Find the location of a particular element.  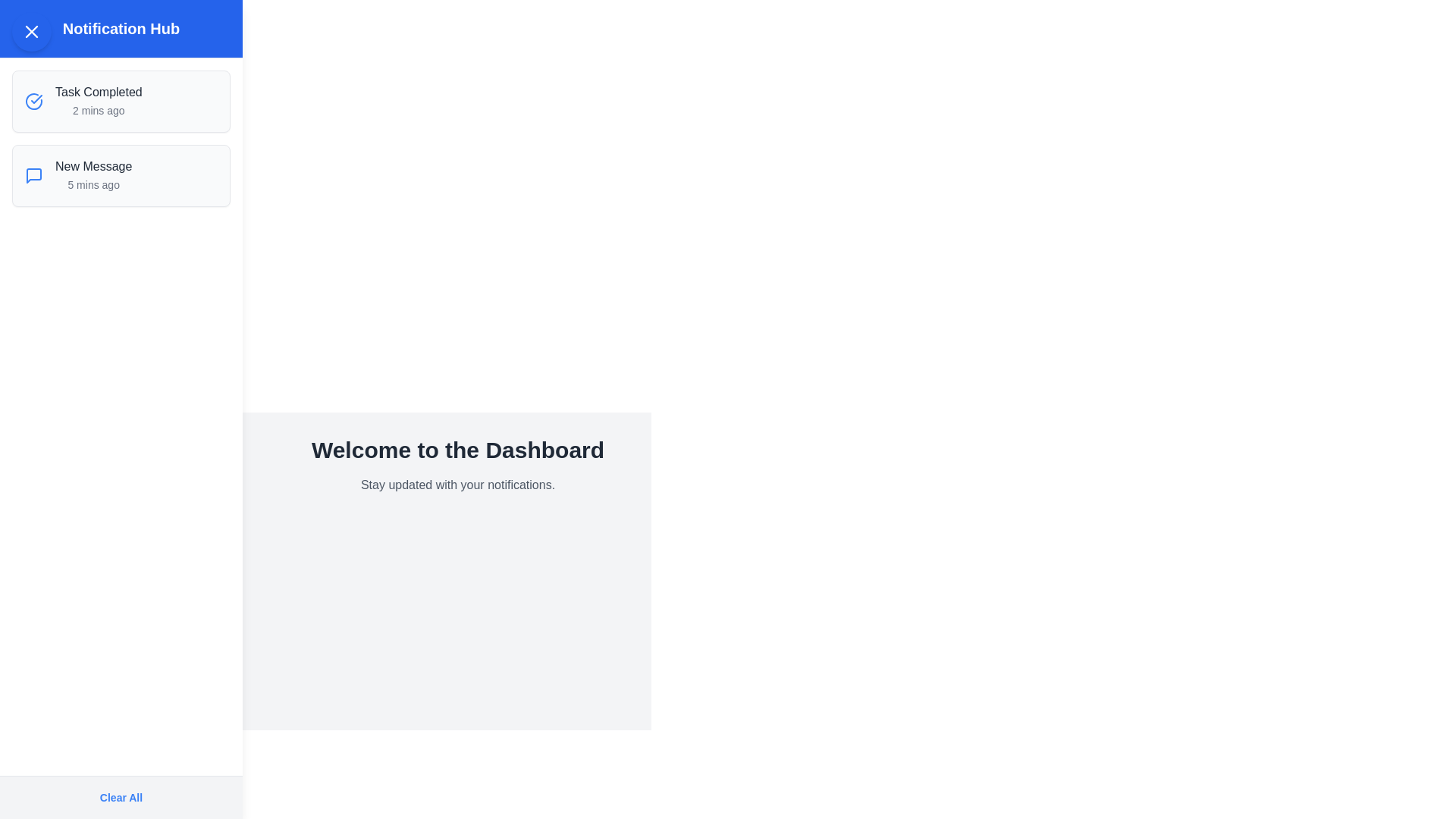

the notification text group that serves as the title and timestamp for the notification, located within the first notification entry of the sidebar interface is located at coordinates (98, 102).